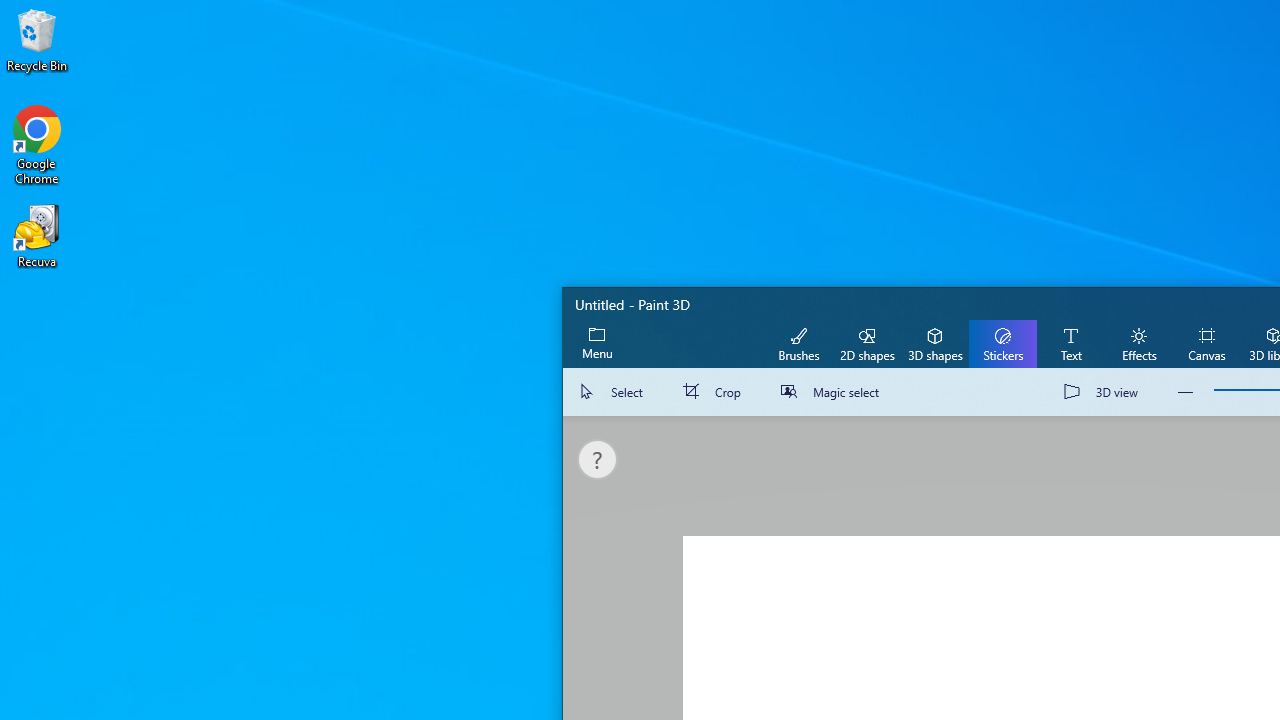  What do you see at coordinates (934, 342) in the screenshot?
I see `'3D shapes'` at bounding box center [934, 342].